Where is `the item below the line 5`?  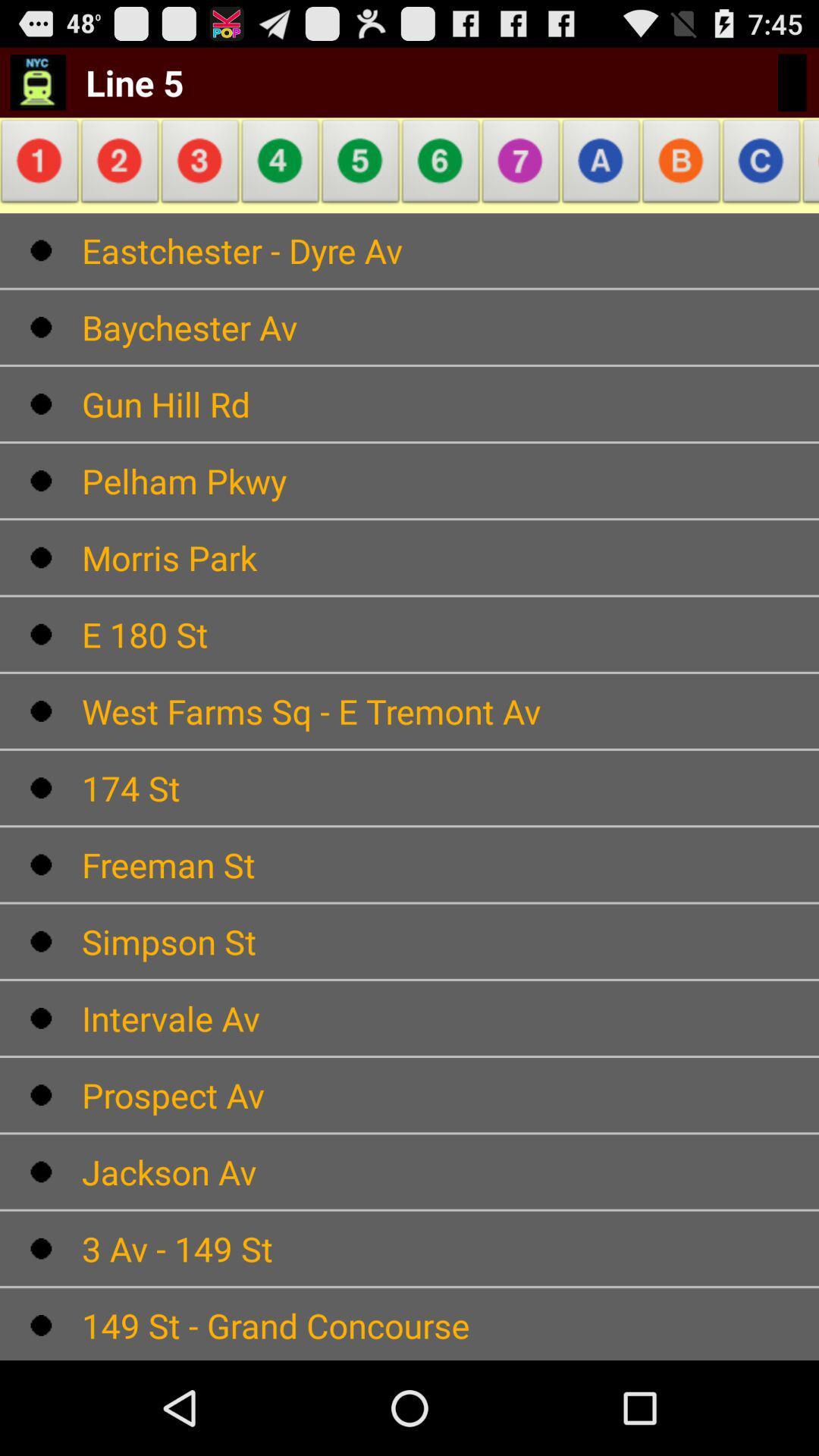
the item below the line 5 is located at coordinates (42, 165).